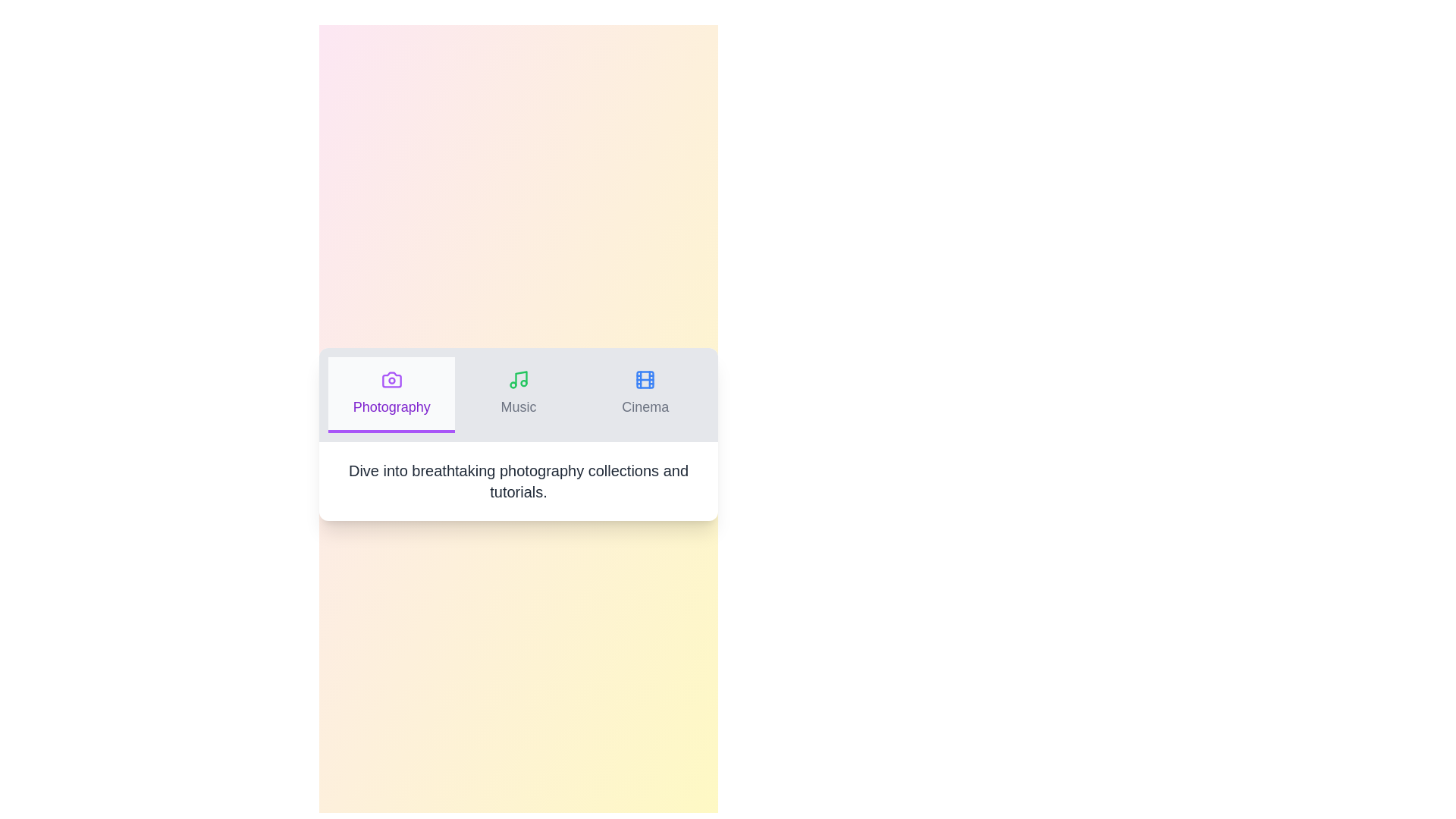 The height and width of the screenshot is (819, 1456). Describe the element at coordinates (391, 394) in the screenshot. I see `the Photography tab by clicking its button` at that location.